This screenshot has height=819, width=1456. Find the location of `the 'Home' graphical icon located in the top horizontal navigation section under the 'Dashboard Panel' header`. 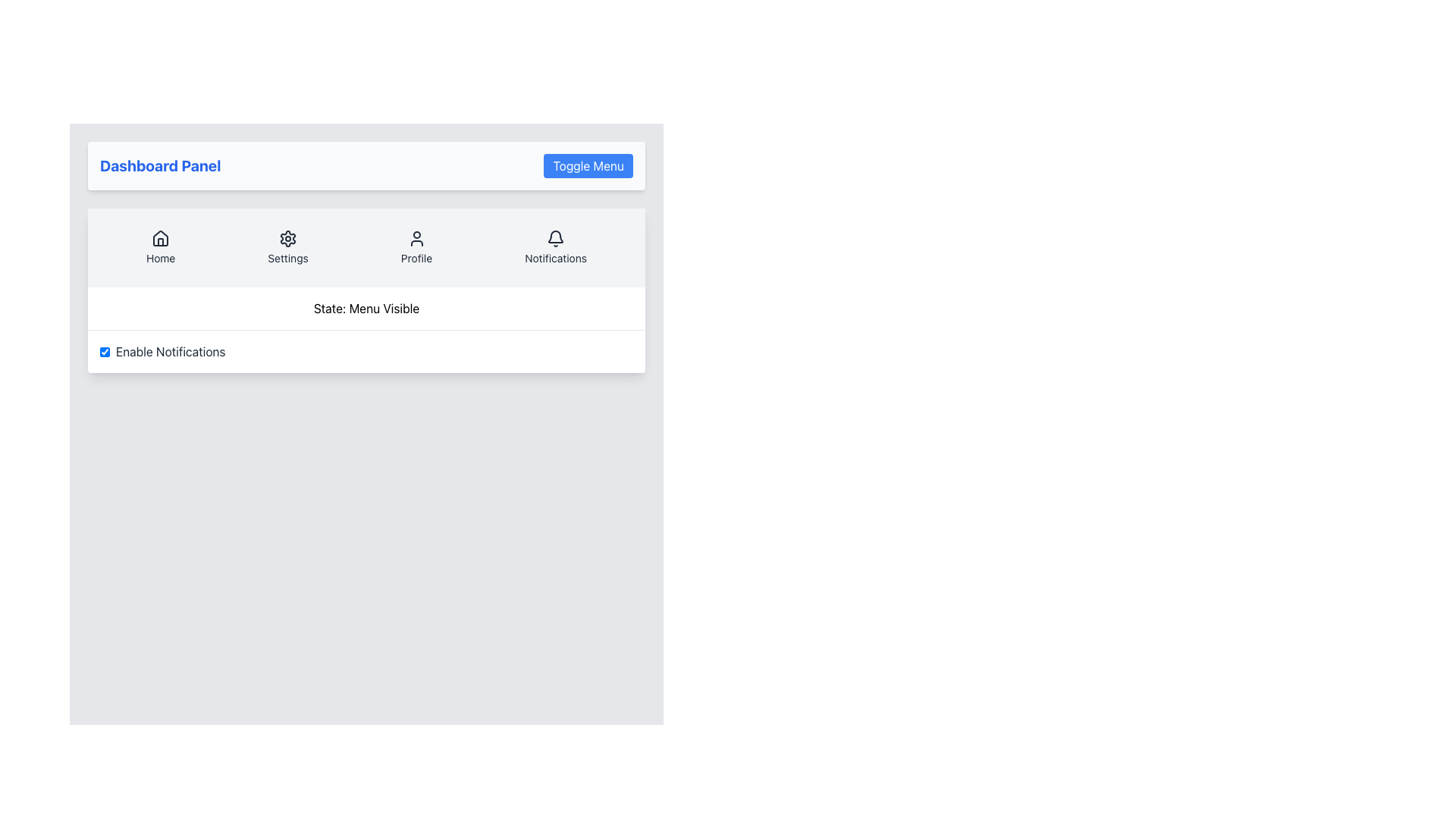

the 'Home' graphical icon located in the top horizontal navigation section under the 'Dashboard Panel' header is located at coordinates (161, 238).